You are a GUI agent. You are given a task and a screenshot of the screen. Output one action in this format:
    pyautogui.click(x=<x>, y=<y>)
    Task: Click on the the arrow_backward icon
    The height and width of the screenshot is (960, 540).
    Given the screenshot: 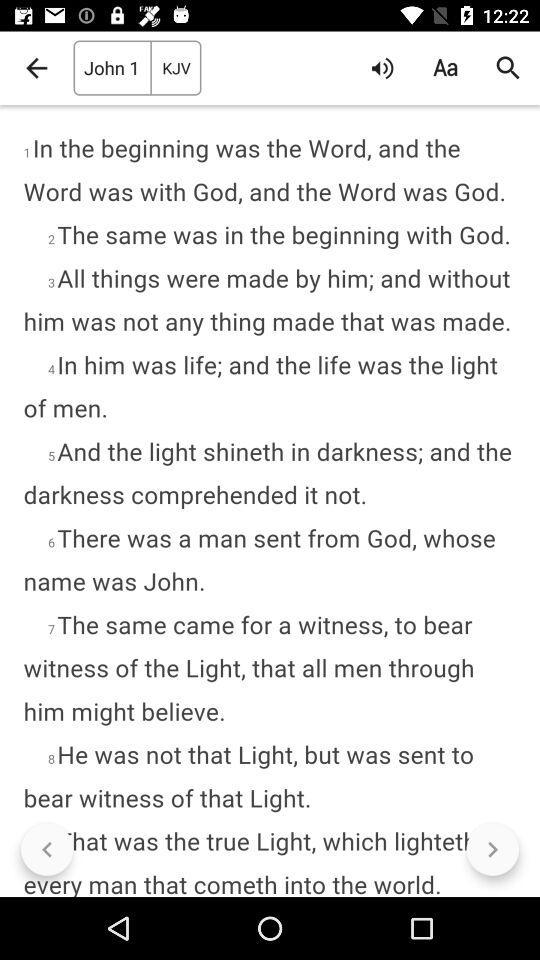 What is the action you would take?
    pyautogui.click(x=47, y=848)
    